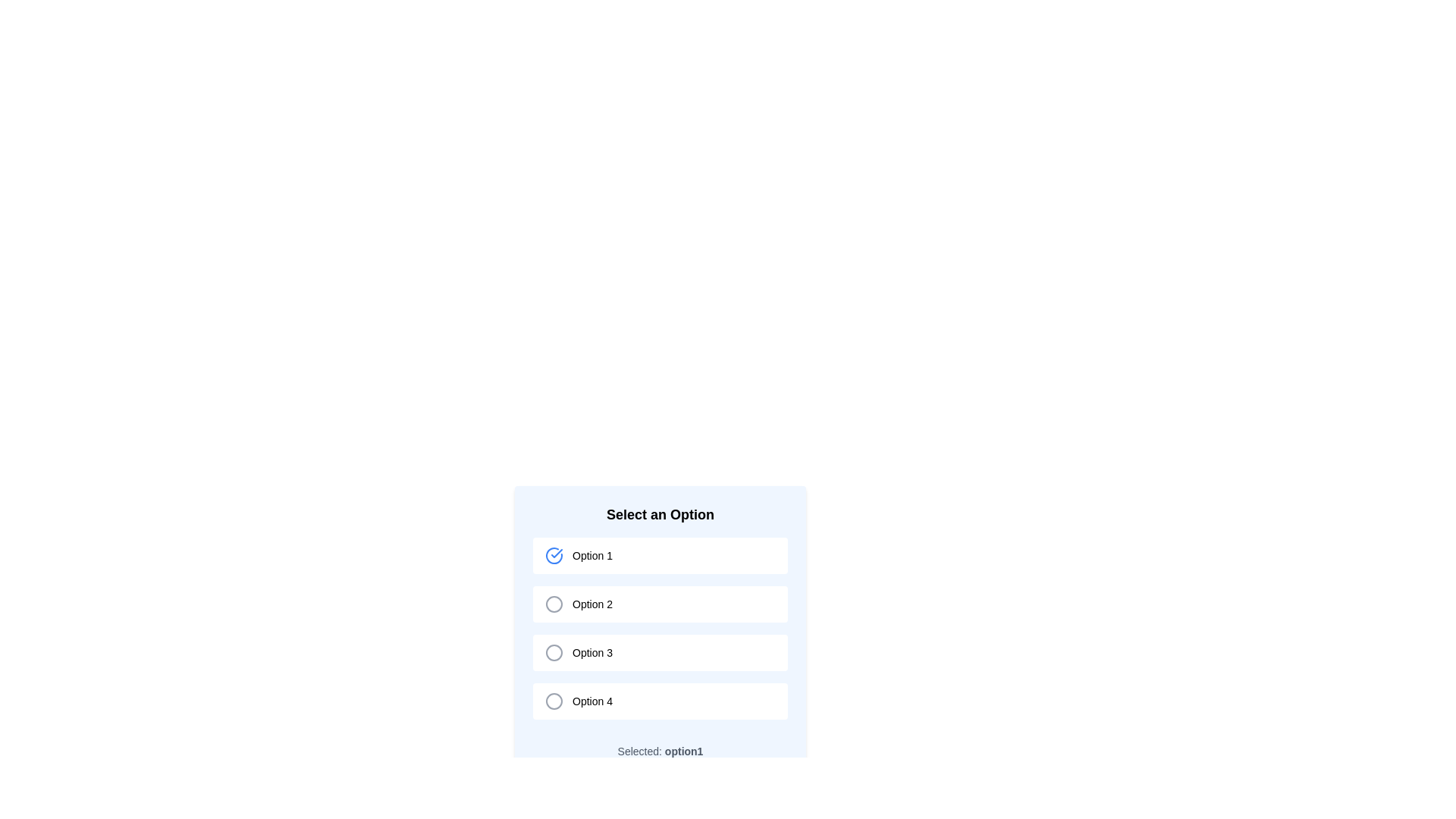 The image size is (1456, 819). What do you see at coordinates (660, 555) in the screenshot?
I see `the first selectable option in the vertical list` at bounding box center [660, 555].